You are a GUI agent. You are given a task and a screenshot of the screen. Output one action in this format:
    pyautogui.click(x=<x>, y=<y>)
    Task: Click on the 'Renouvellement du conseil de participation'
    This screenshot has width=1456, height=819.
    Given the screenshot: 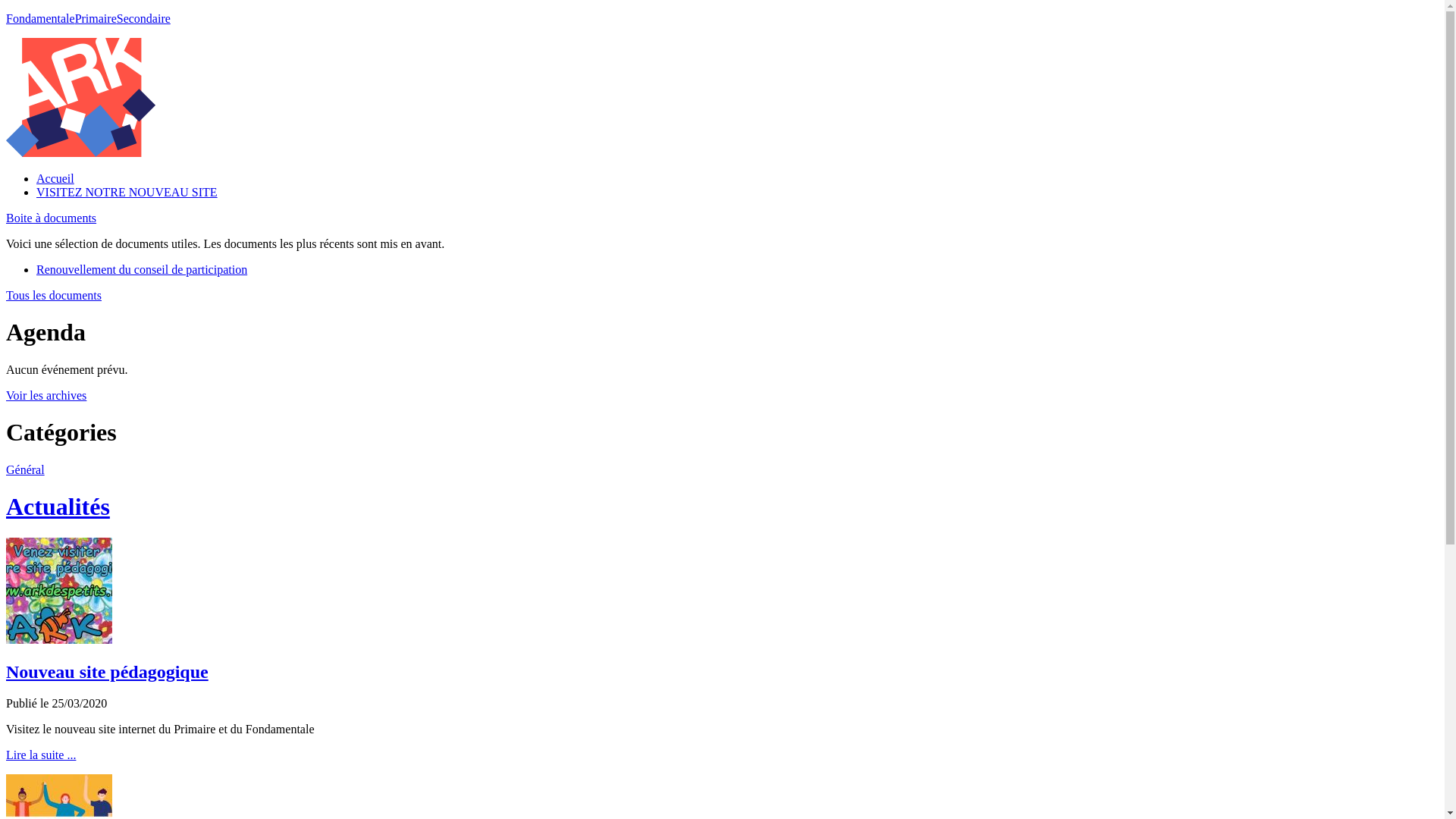 What is the action you would take?
    pyautogui.click(x=142, y=268)
    